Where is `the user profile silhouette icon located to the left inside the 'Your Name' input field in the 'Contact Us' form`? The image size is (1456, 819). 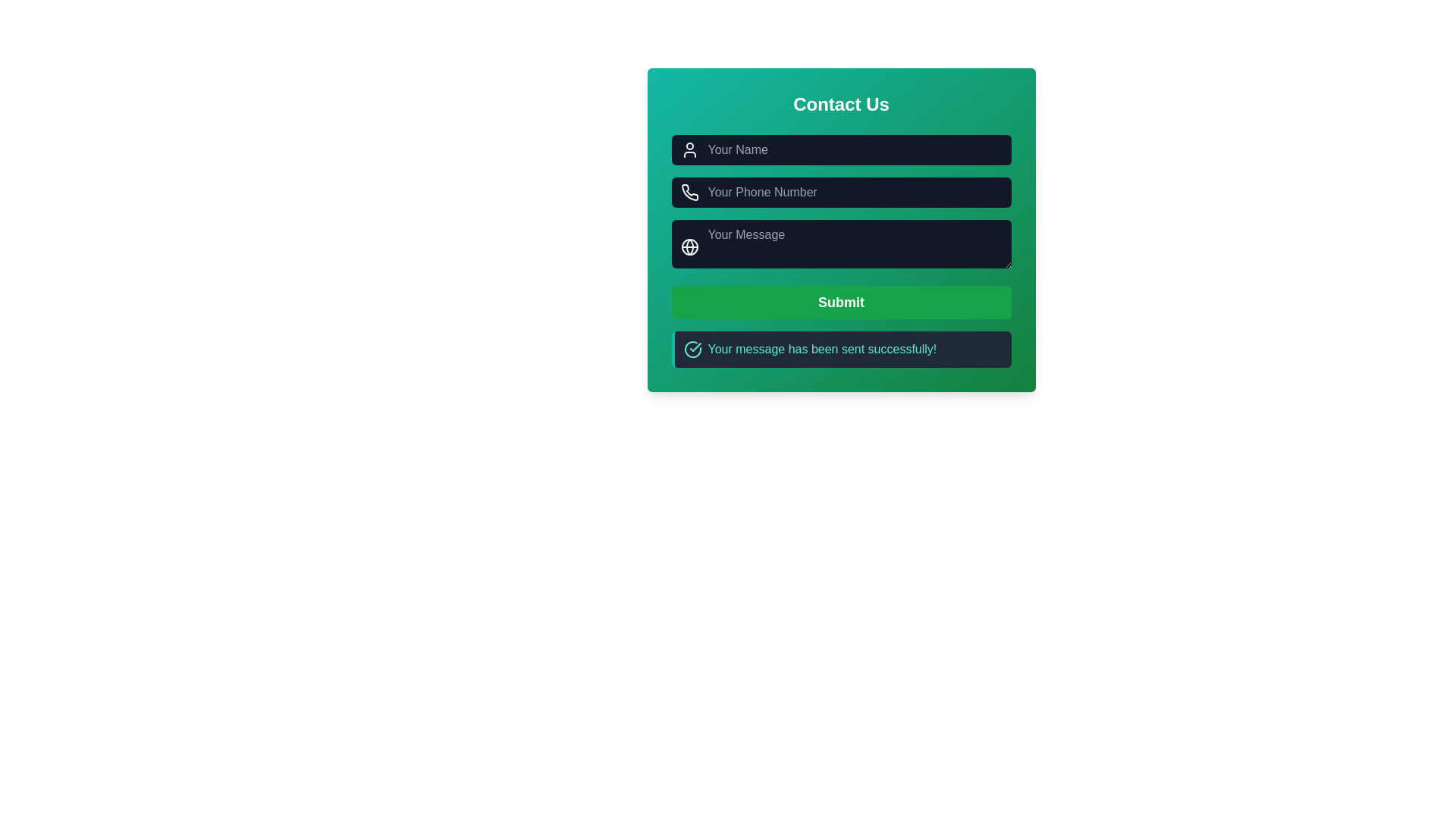
the user profile silhouette icon located to the left inside the 'Your Name' input field in the 'Contact Us' form is located at coordinates (689, 149).